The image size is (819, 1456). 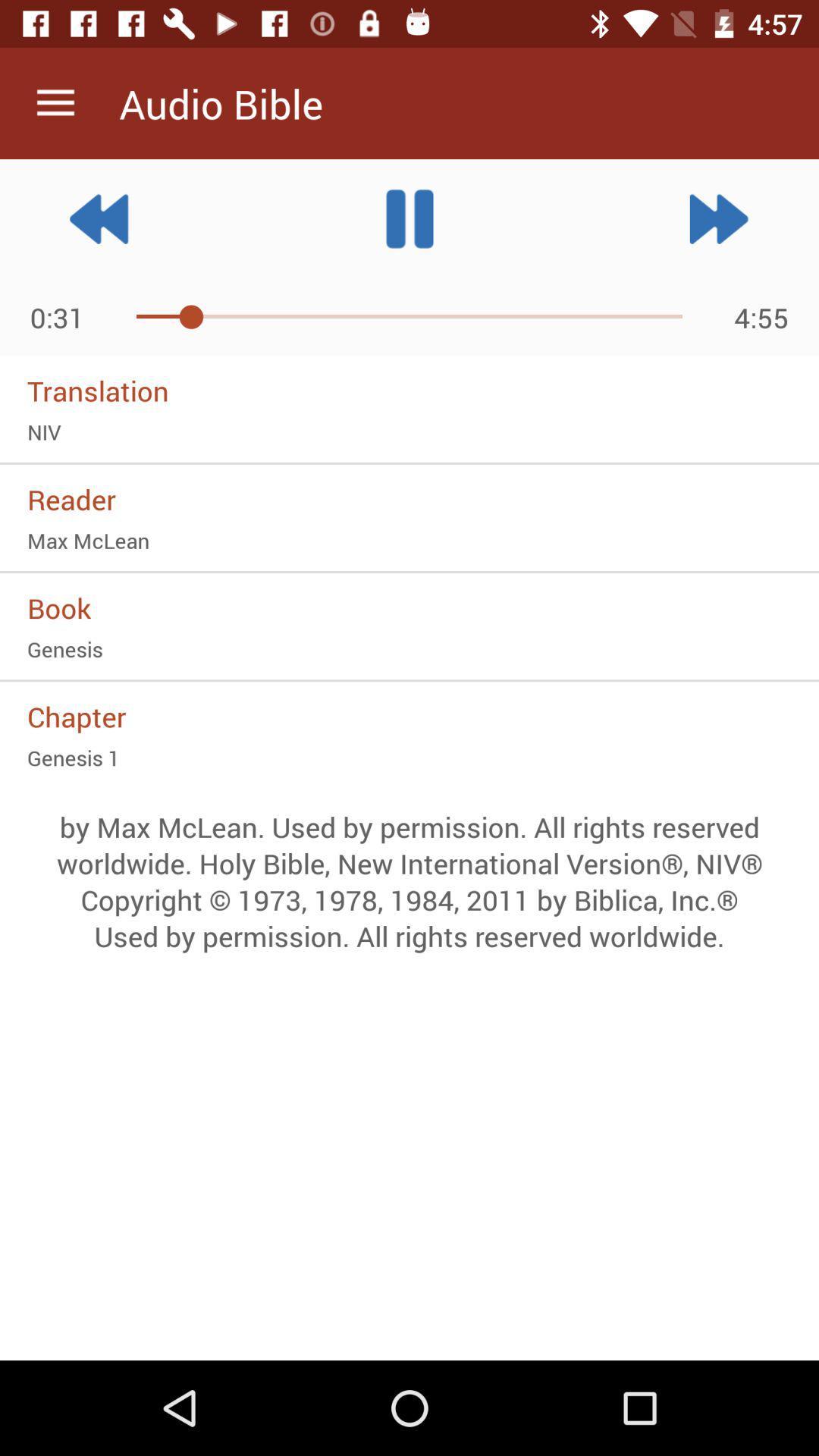 What do you see at coordinates (409, 607) in the screenshot?
I see `the book icon` at bounding box center [409, 607].